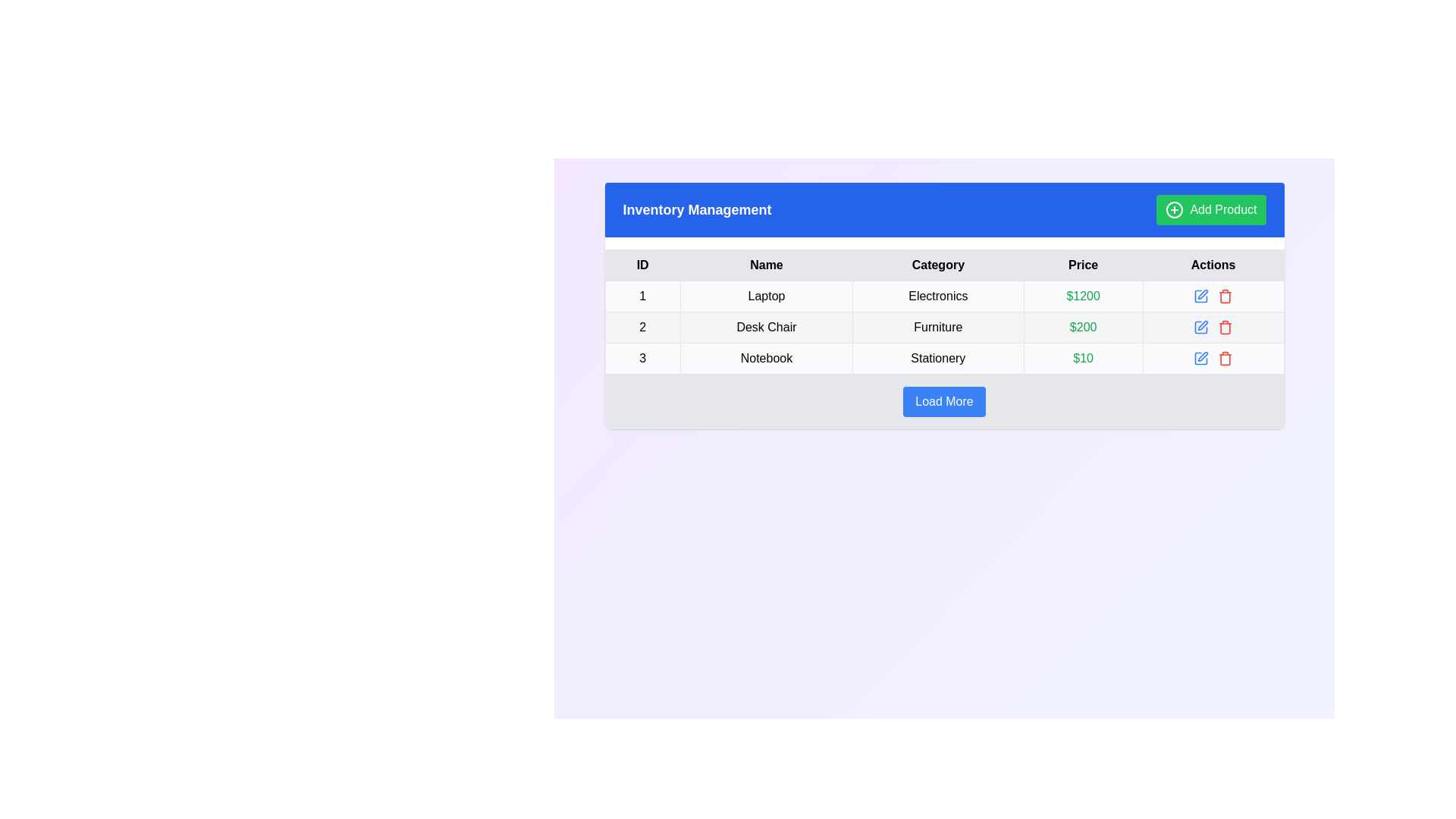  I want to click on the 'Add New Product' button located in the top-right corner of the blue header bar, so click(1210, 210).